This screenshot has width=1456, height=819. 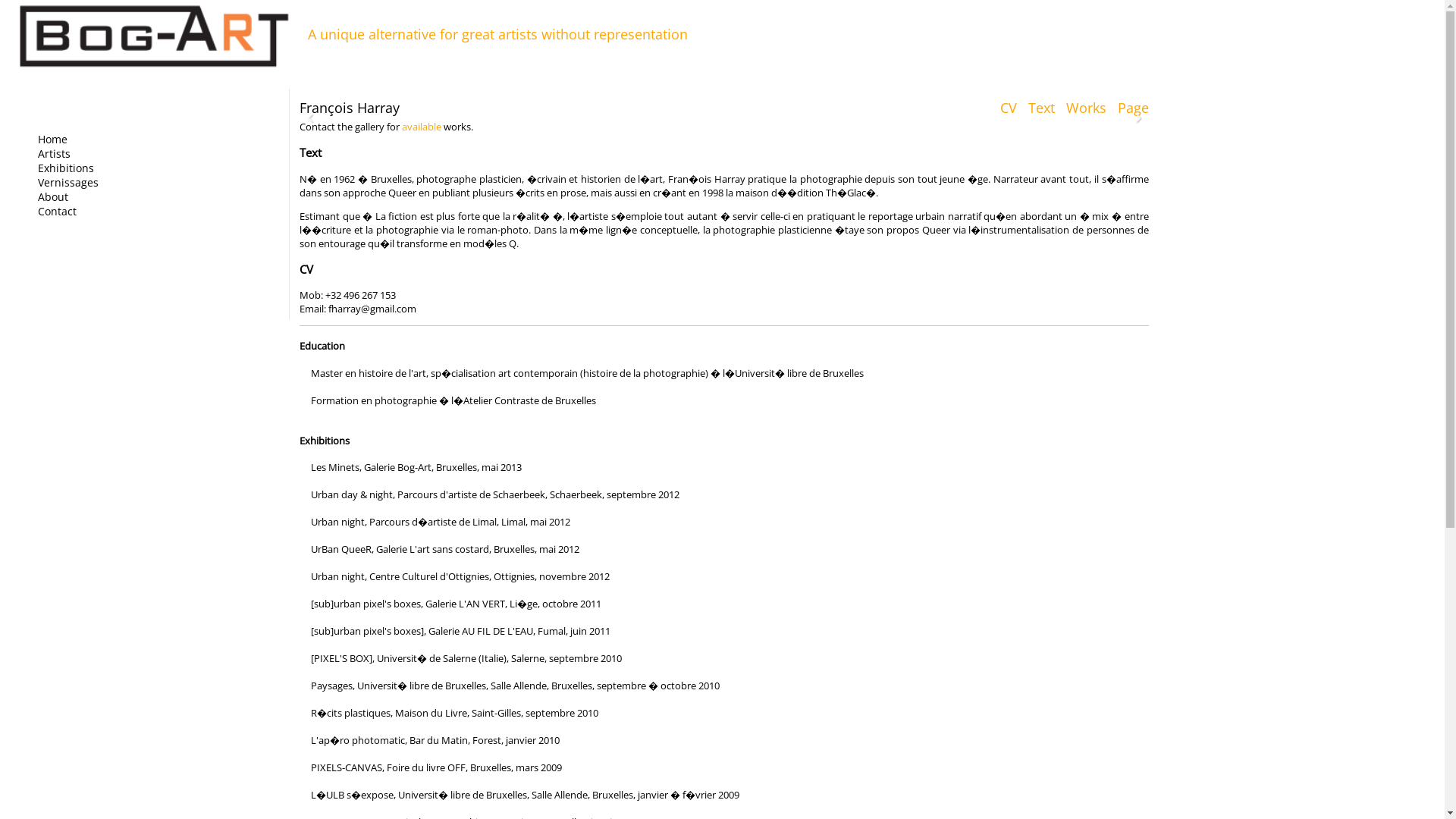 I want to click on '   Vernissages', so click(x=62, y=181).